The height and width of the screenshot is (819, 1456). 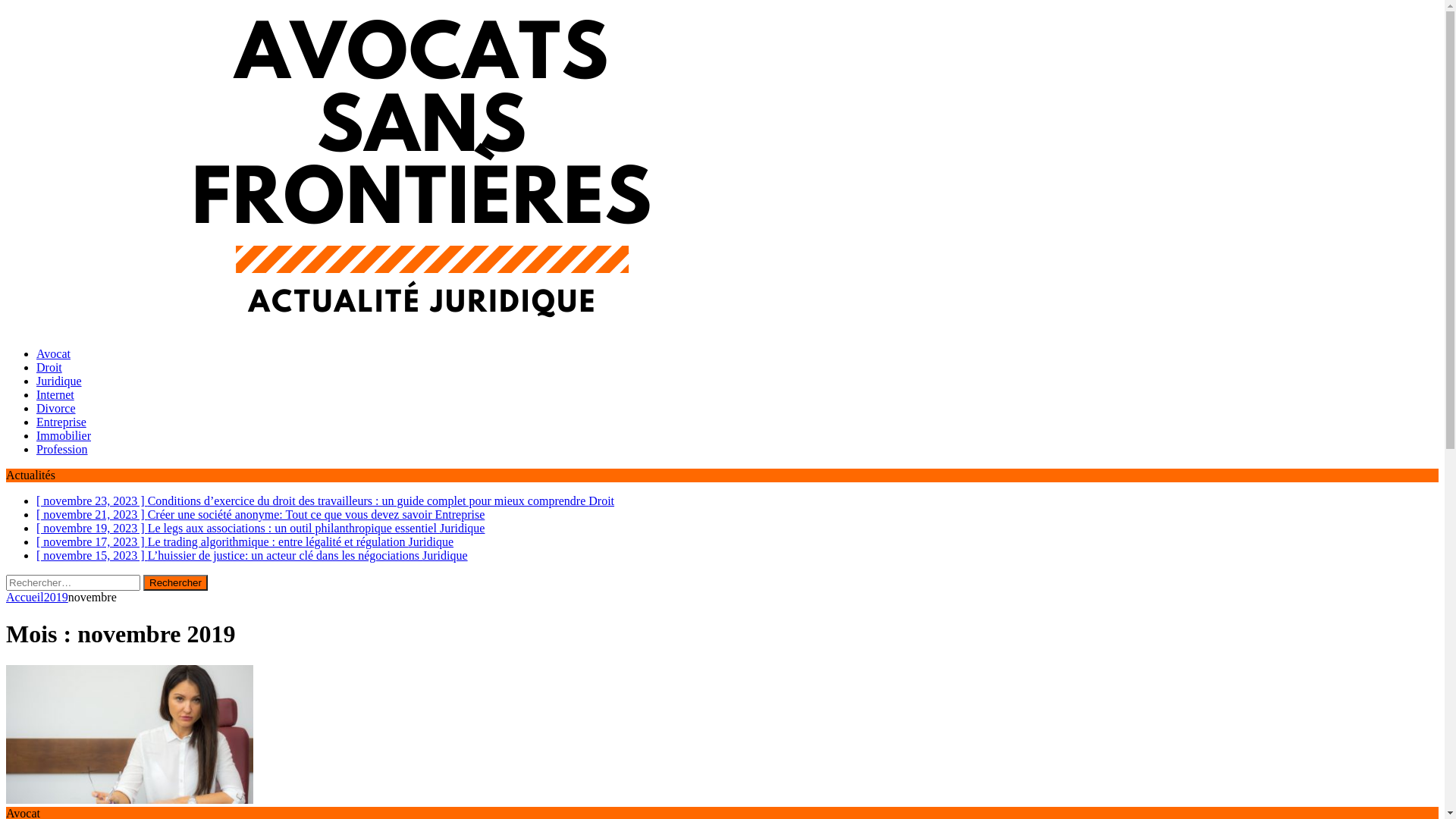 What do you see at coordinates (143, 582) in the screenshot?
I see `'Rechercher'` at bounding box center [143, 582].